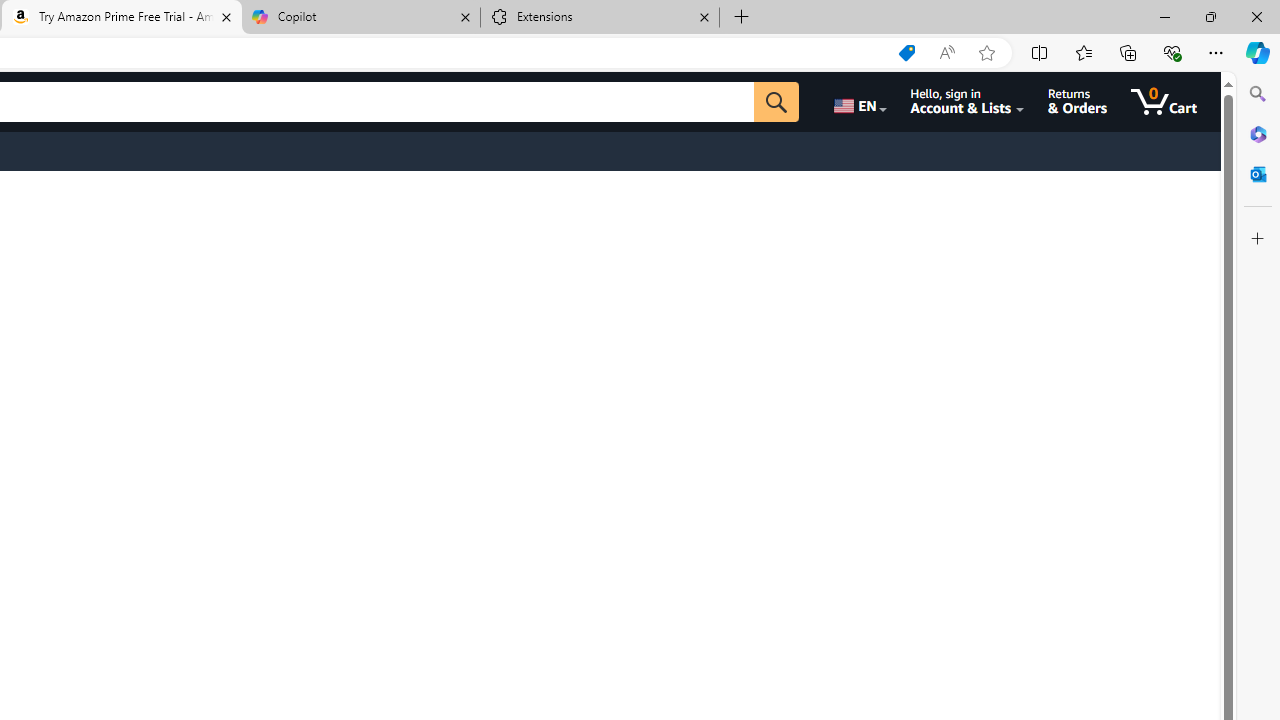 The image size is (1280, 720). Describe the element at coordinates (1257, 238) in the screenshot. I see `'Customize'` at that location.